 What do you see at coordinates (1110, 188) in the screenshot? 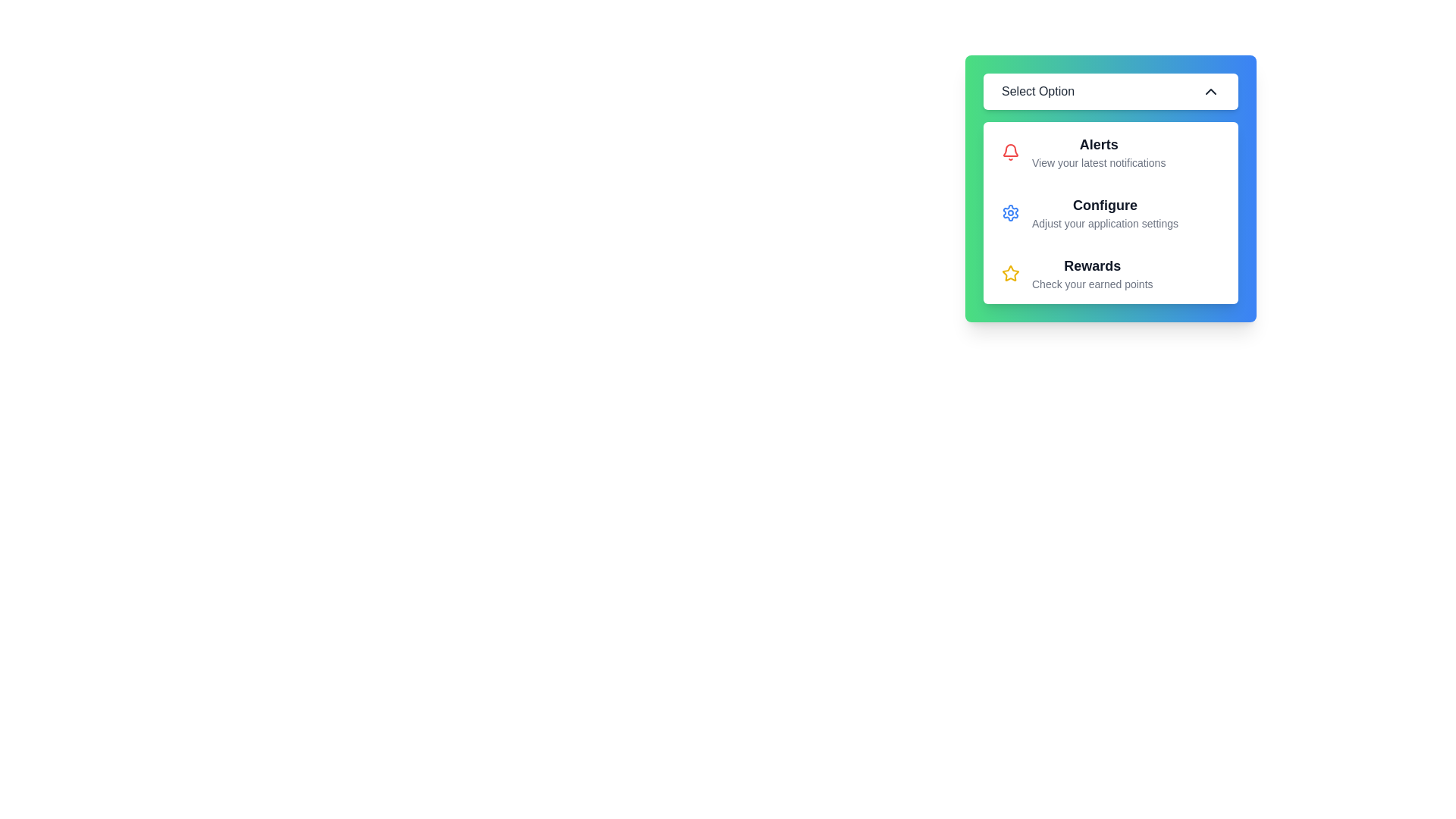
I see `the second menu entry below 'Select Option'` at bounding box center [1110, 188].